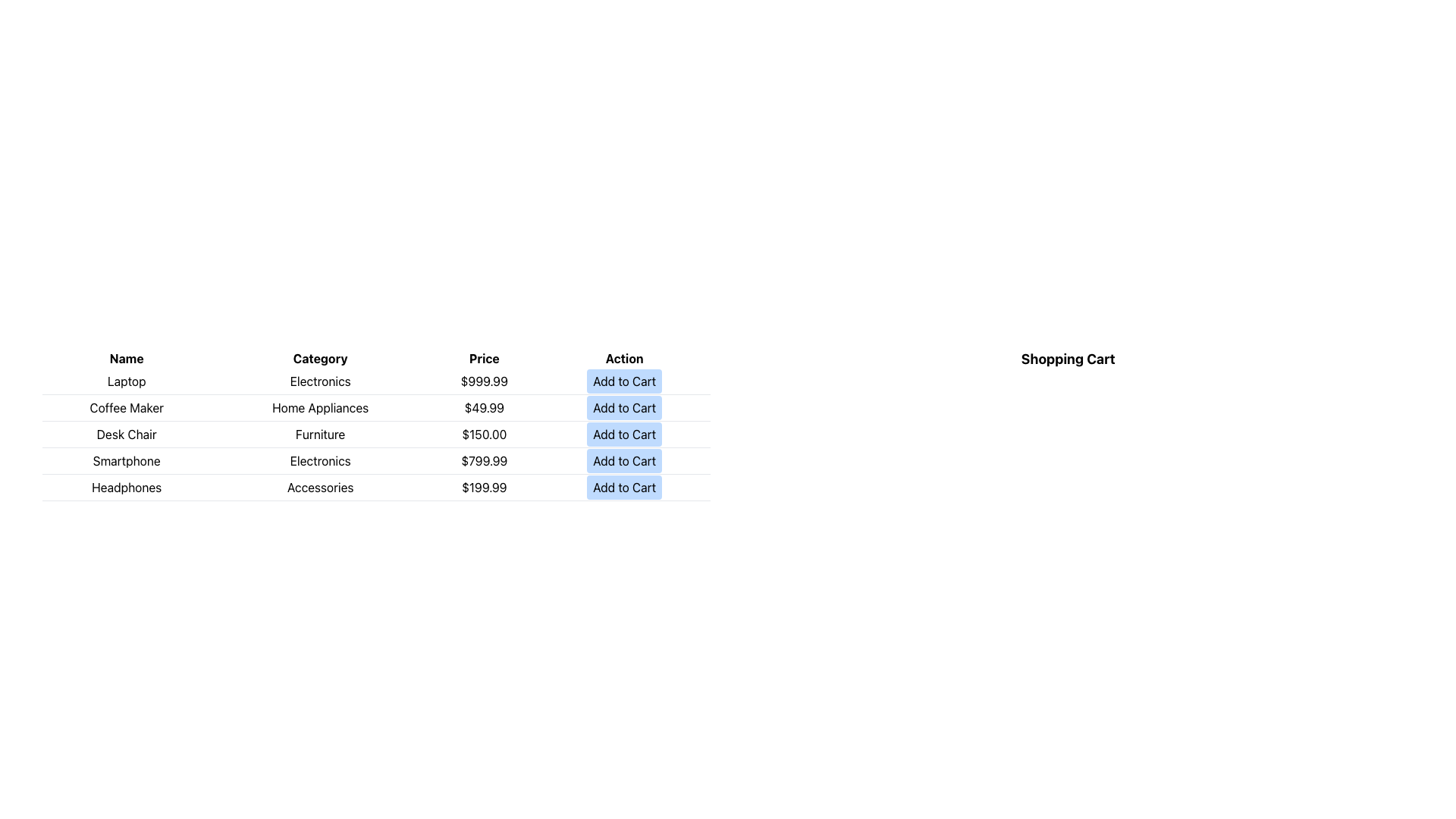  Describe the element at coordinates (483, 488) in the screenshot. I see `the text label displaying the price '$199.99' in the 'Price' column of the table, located in the fifth row, adjacent to 'Accessories' on the left and 'Add to Cart' button on the right` at that location.